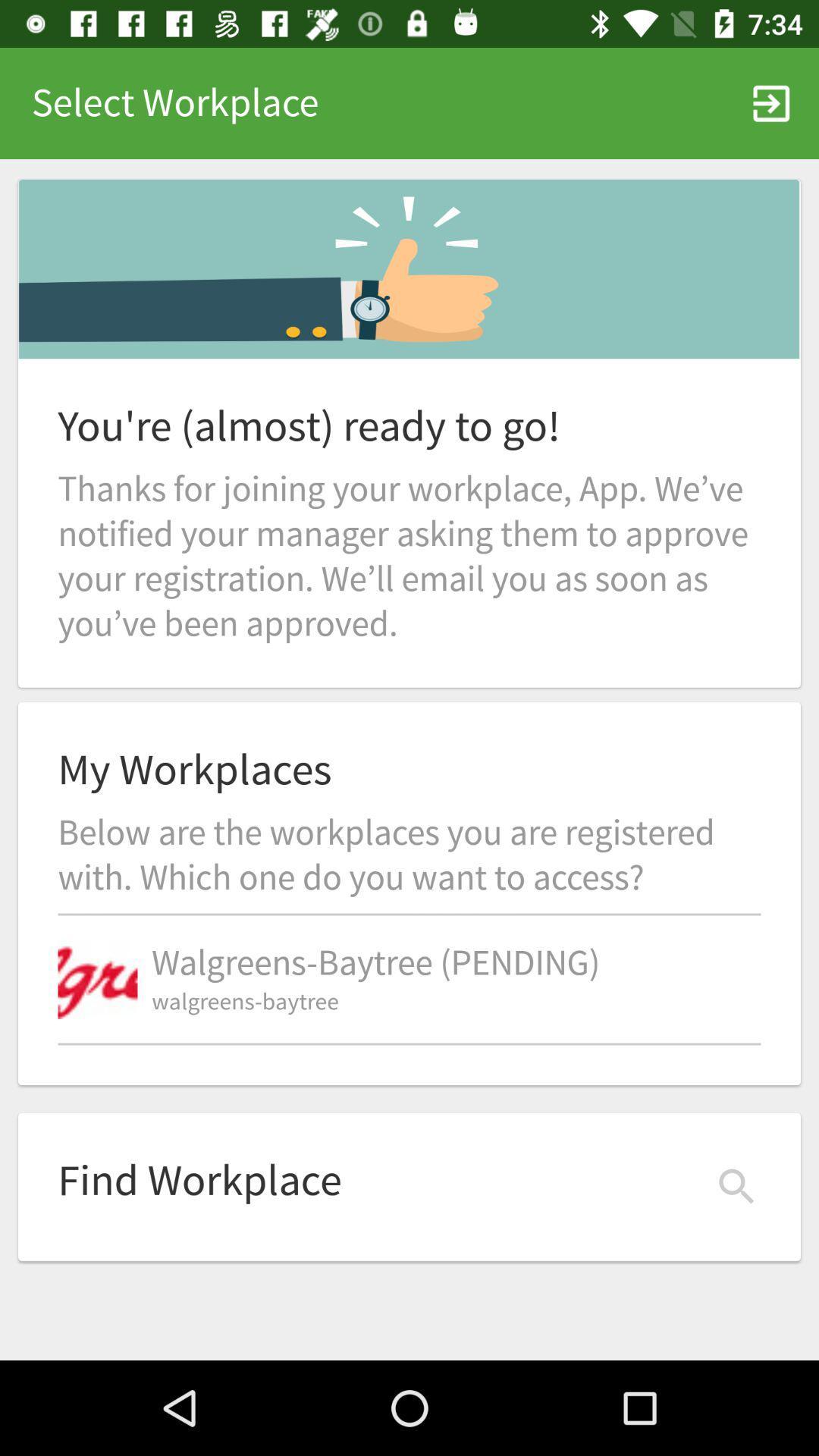  What do you see at coordinates (771, 102) in the screenshot?
I see `item to the right of select workplace` at bounding box center [771, 102].